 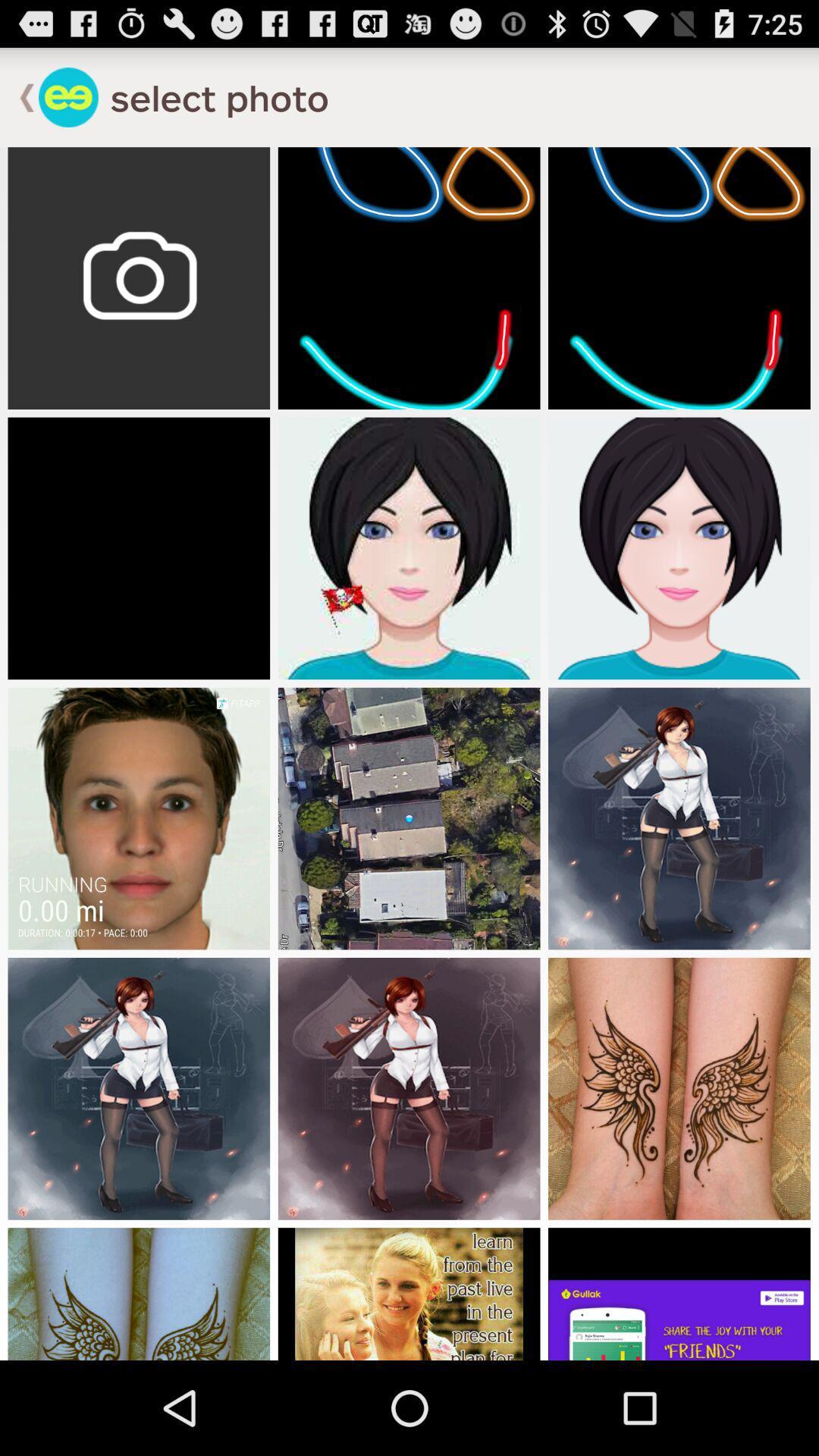 I want to click on app logo, so click(x=68, y=96).